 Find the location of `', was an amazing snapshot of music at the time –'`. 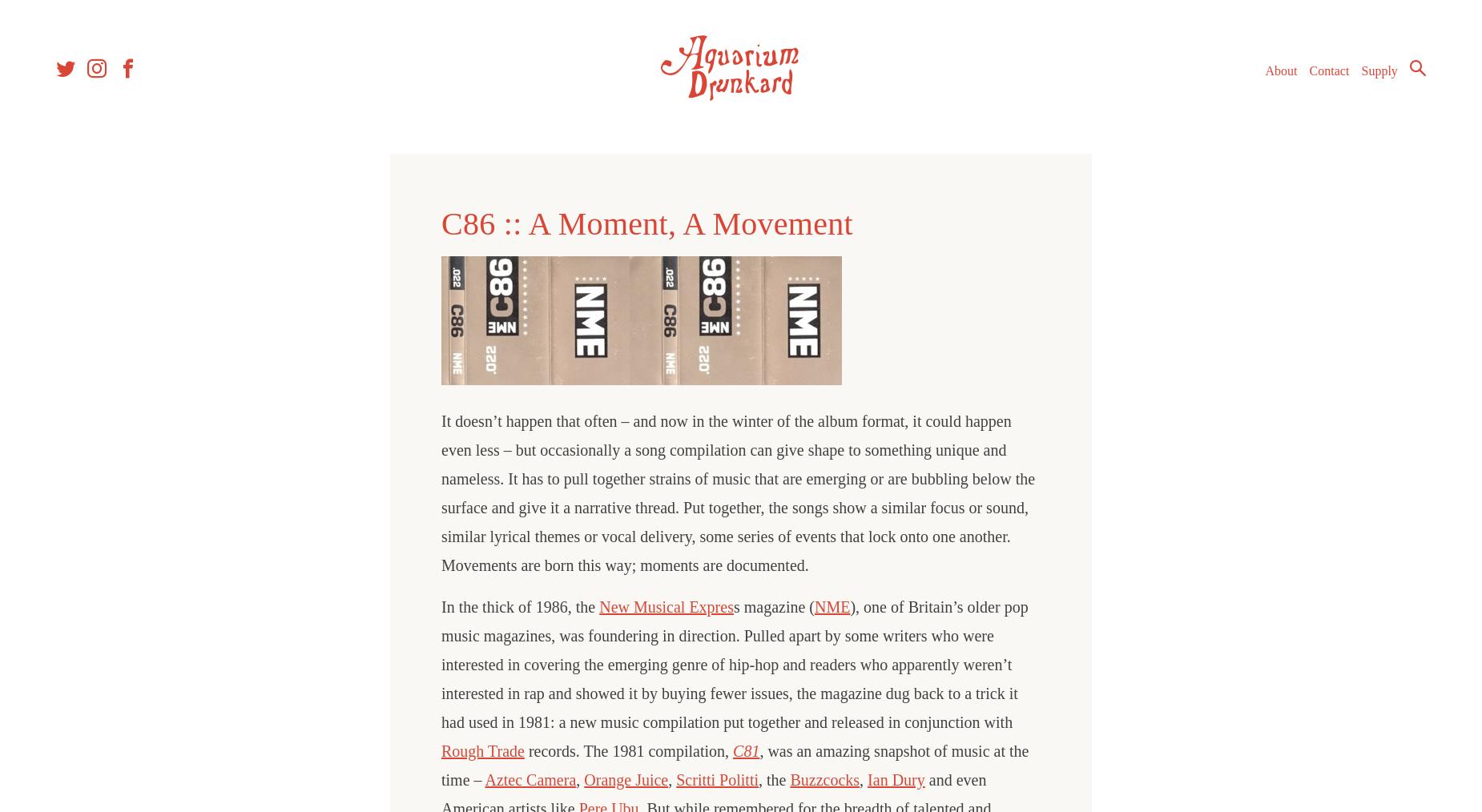

', was an amazing snapshot of music at the time –' is located at coordinates (735, 765).